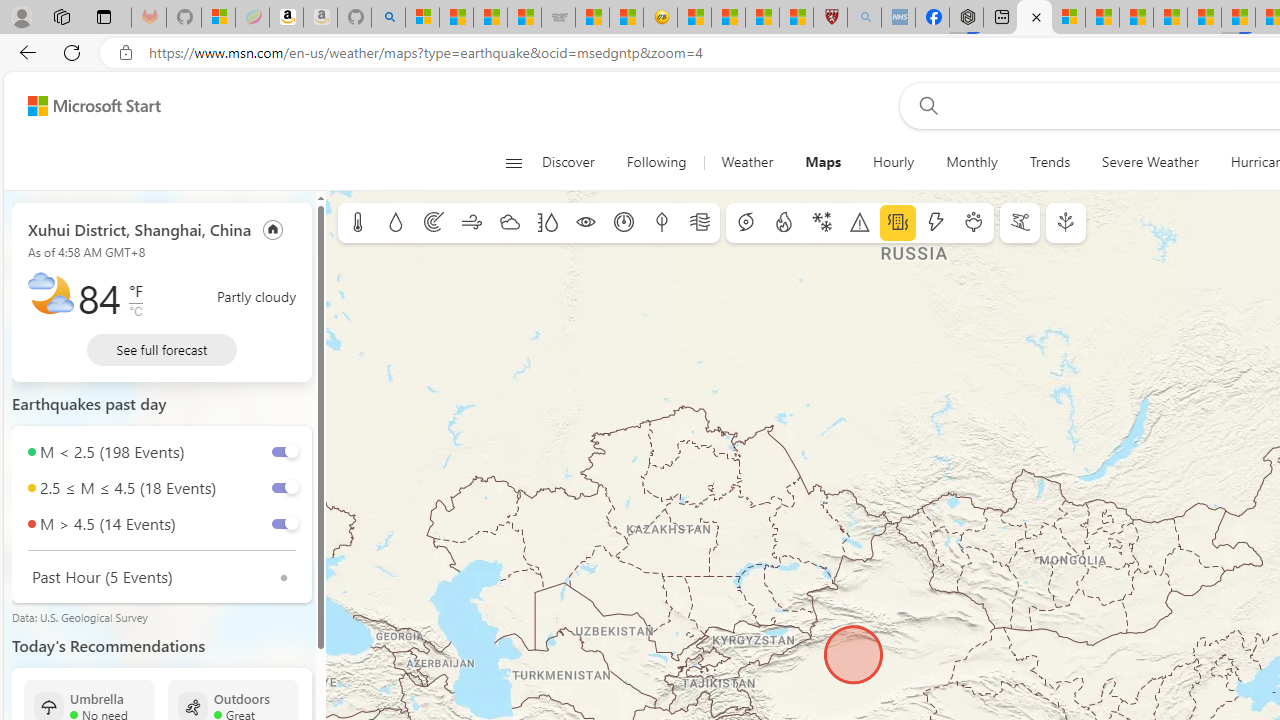 The image size is (1280, 720). Describe the element at coordinates (125, 52) in the screenshot. I see `'View site information'` at that location.